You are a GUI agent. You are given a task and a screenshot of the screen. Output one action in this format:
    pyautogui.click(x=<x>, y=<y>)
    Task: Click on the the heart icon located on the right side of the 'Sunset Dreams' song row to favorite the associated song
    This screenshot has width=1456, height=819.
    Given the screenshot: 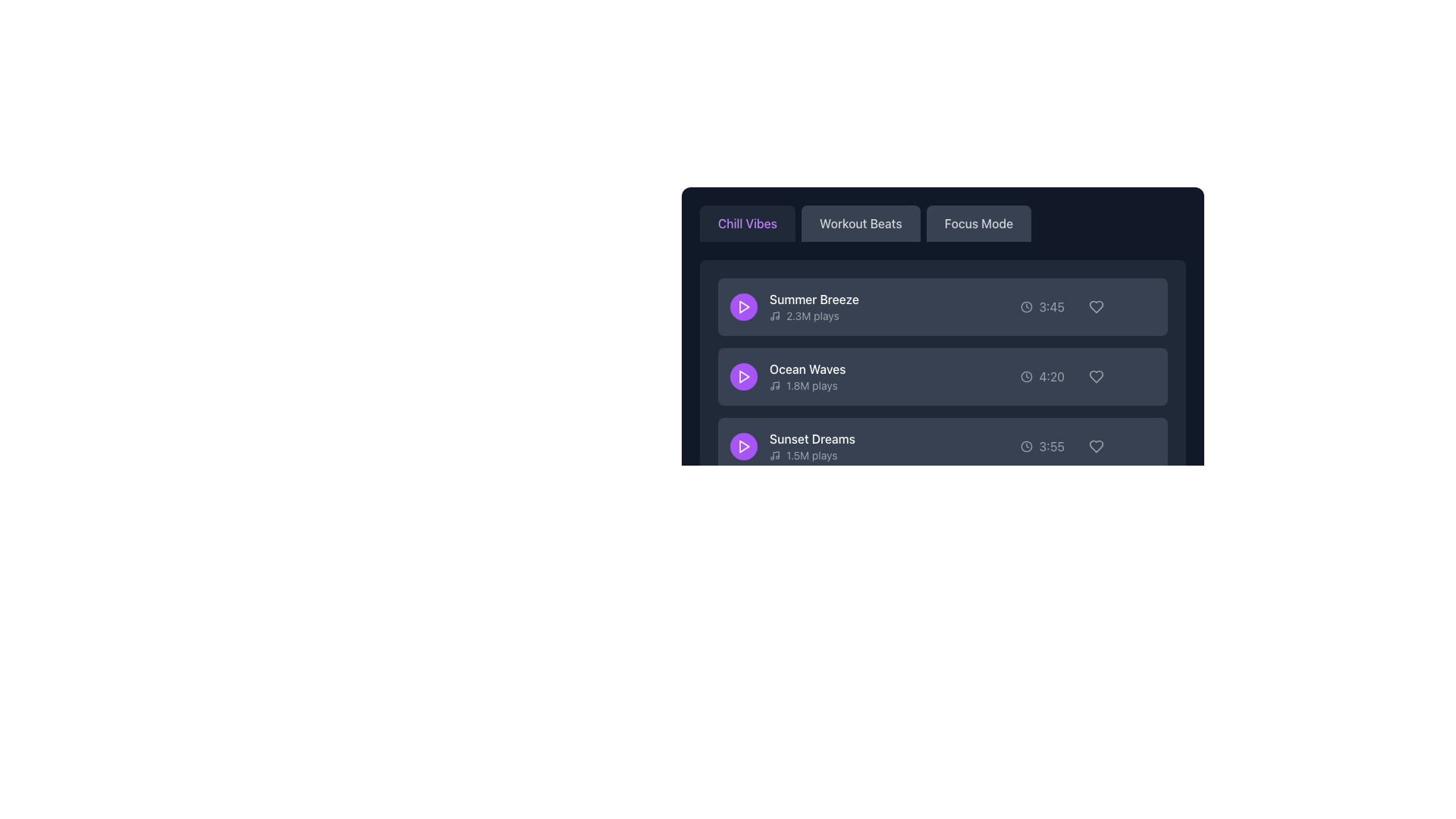 What is the action you would take?
    pyautogui.click(x=1096, y=446)
    